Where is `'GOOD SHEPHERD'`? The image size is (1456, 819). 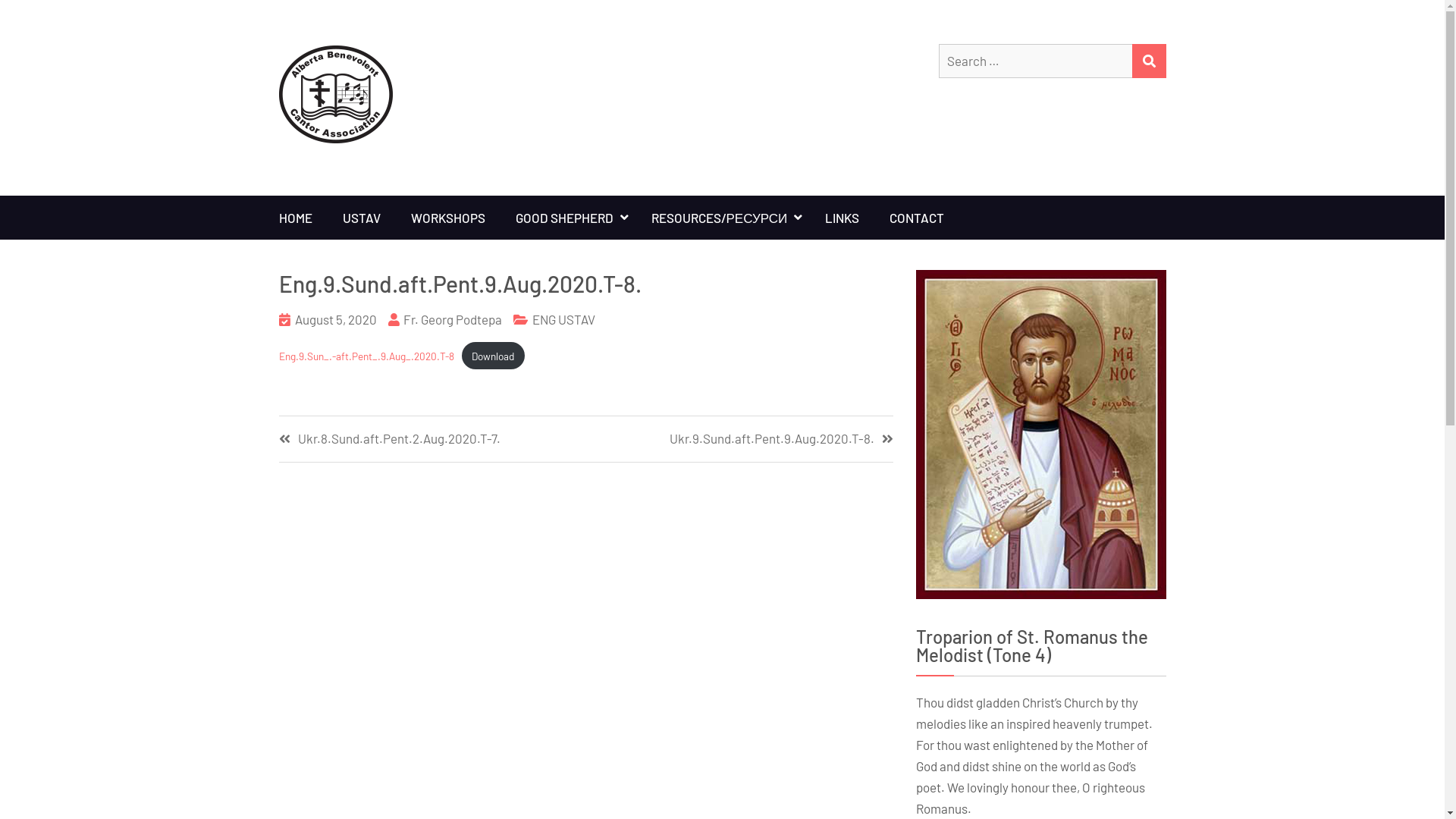
'GOOD SHEPHERD' is located at coordinates (567, 217).